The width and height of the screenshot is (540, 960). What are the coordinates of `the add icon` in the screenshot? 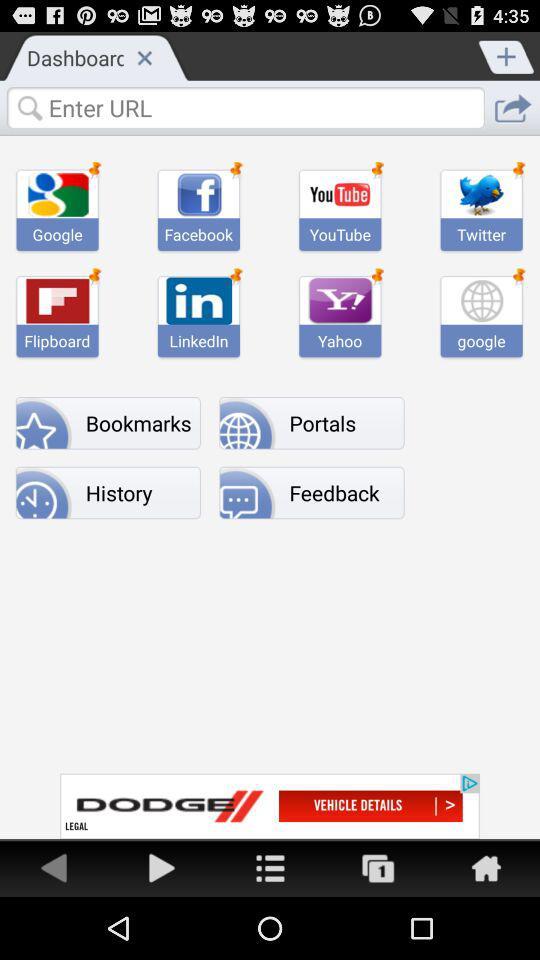 It's located at (507, 58).